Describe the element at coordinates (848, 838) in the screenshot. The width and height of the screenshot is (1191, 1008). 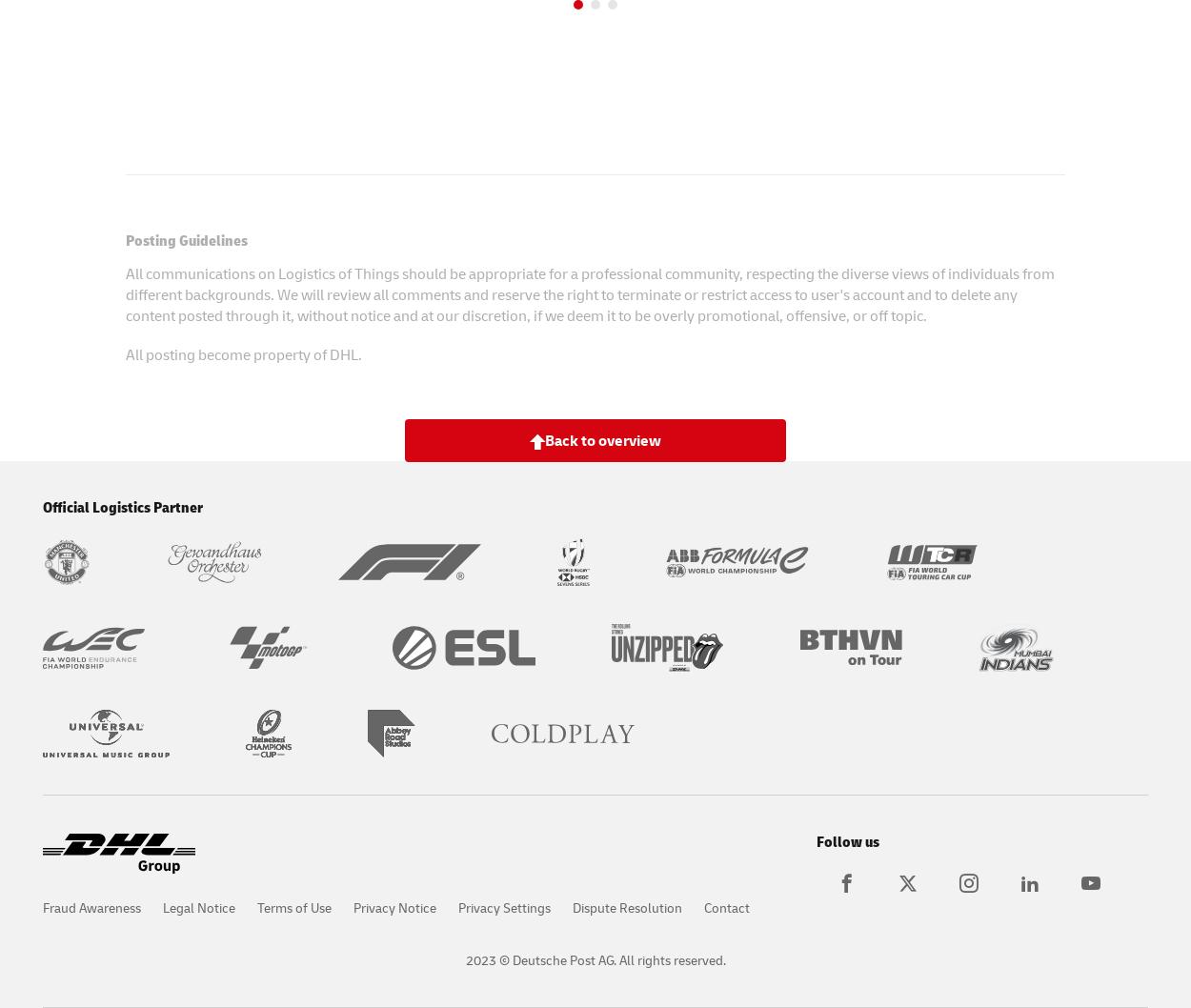
I see `'Follow us'` at that location.